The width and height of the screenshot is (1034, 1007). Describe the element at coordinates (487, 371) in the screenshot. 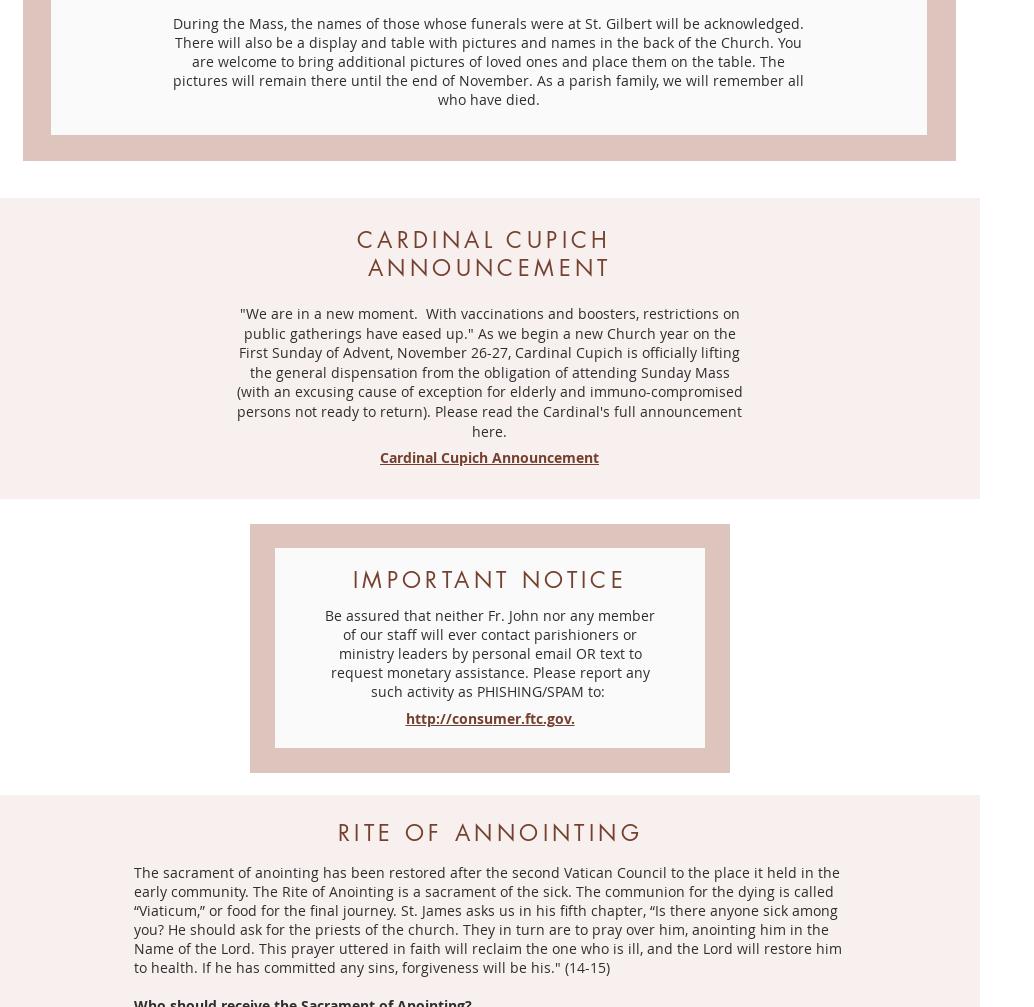

I see `'"We are in a new moment.  With vaccinations and boosters, restrictions on public gatherings have eased up." As we begin a new Church year on the First Sunday of Advent, November 26-27, Cardinal Cupich is officially lifting the general dispensation from the obligation of attending Sunday Mass (with an excusing cause of exception for elderly and immuno-compromised persons not ready to return). Please read the Cardinal's full announcement here.'` at that location.